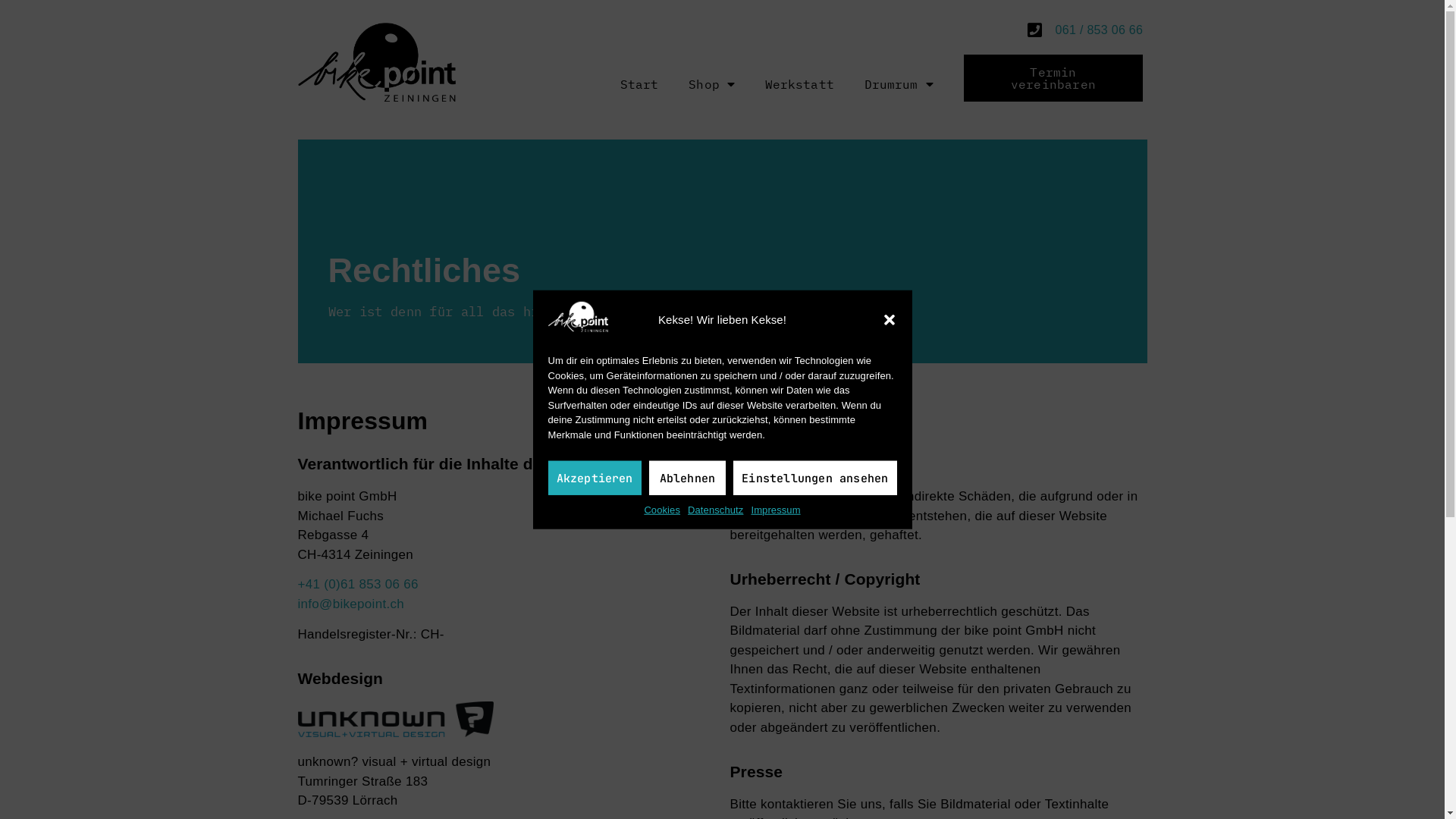  Describe the element at coordinates (711, 84) in the screenshot. I see `'Shop'` at that location.